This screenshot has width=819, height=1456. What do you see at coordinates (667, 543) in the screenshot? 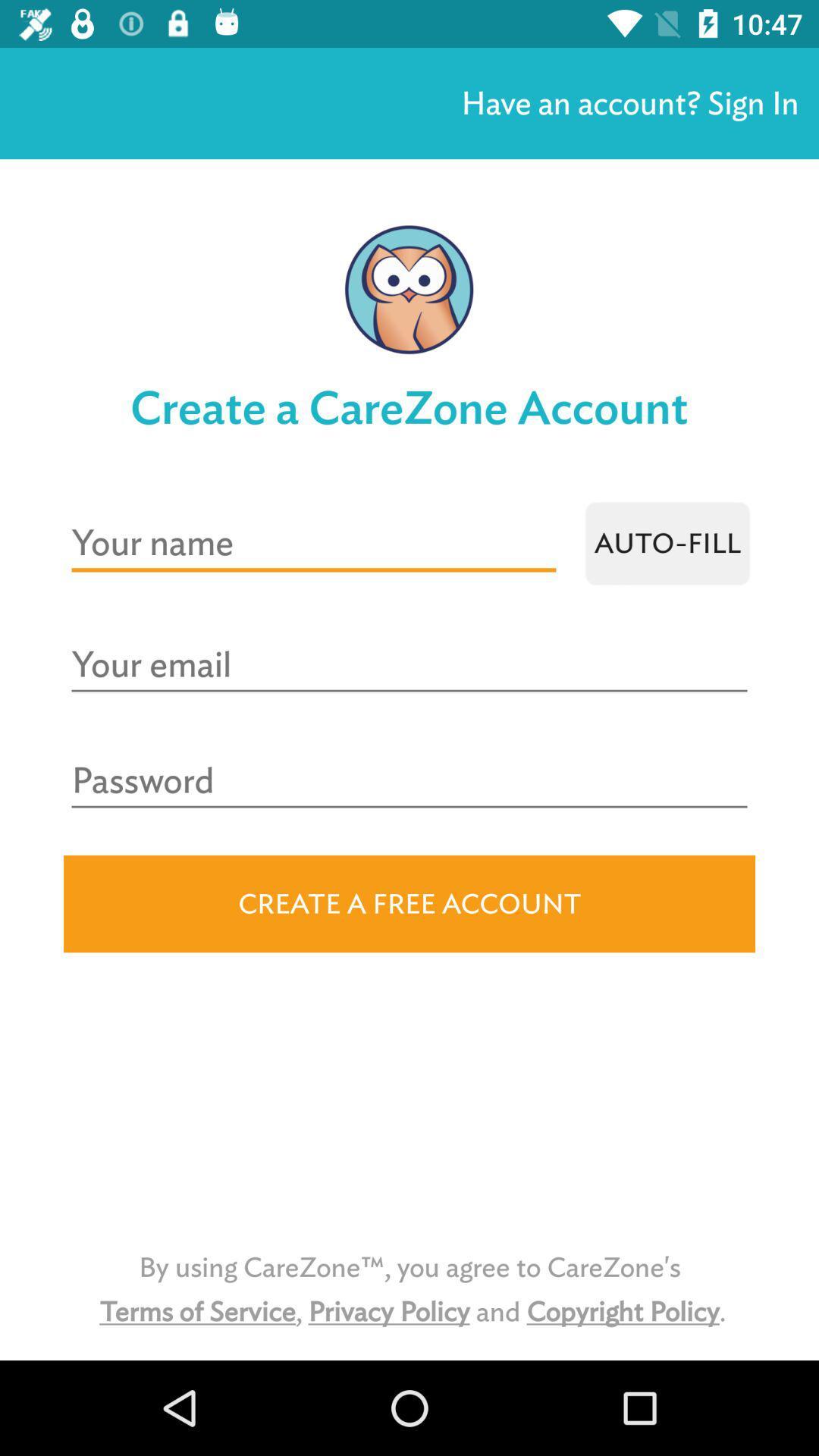
I see `the auto-fill on the right` at bounding box center [667, 543].